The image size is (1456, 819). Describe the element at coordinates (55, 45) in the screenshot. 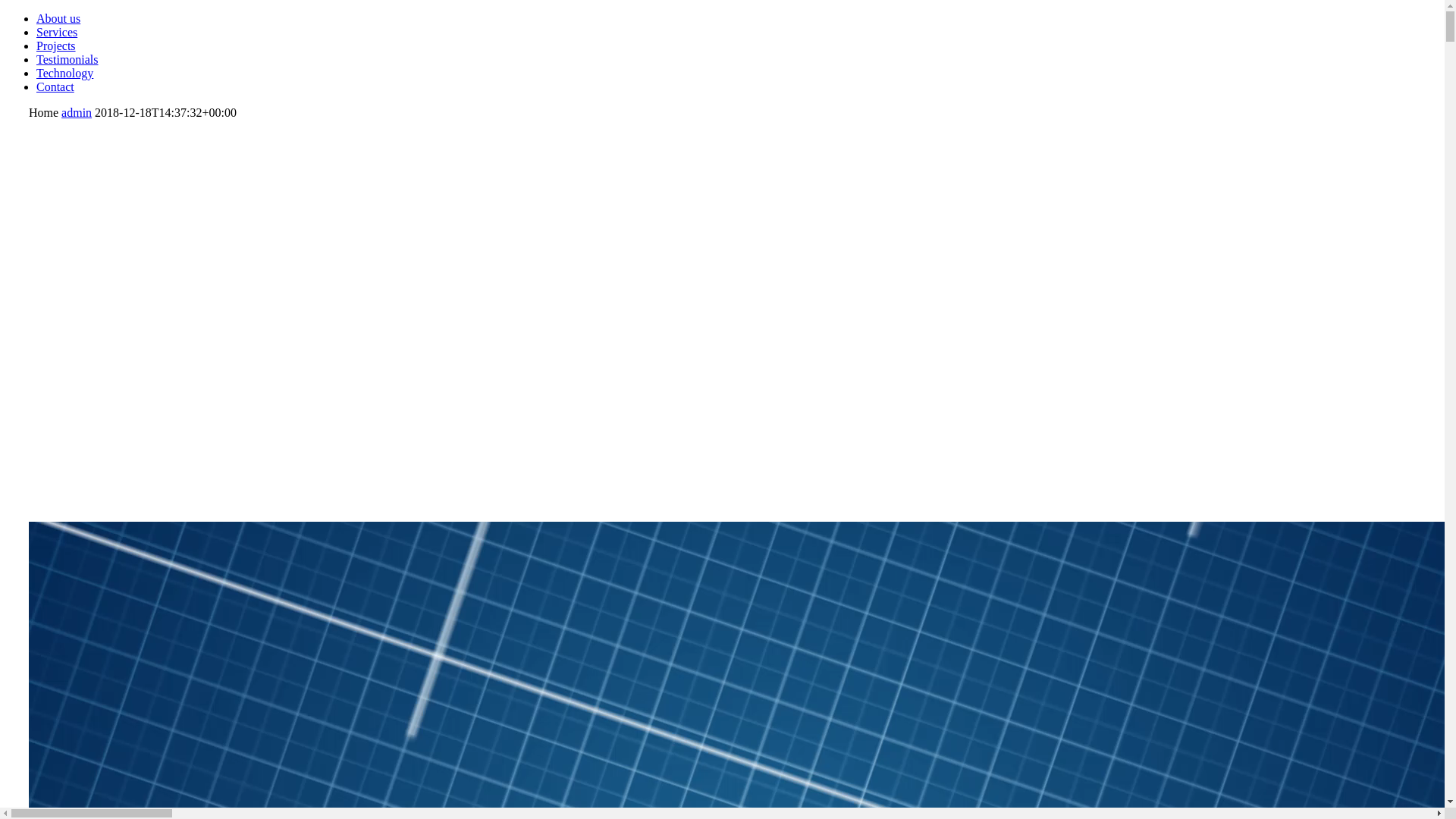

I see `'Projects'` at that location.